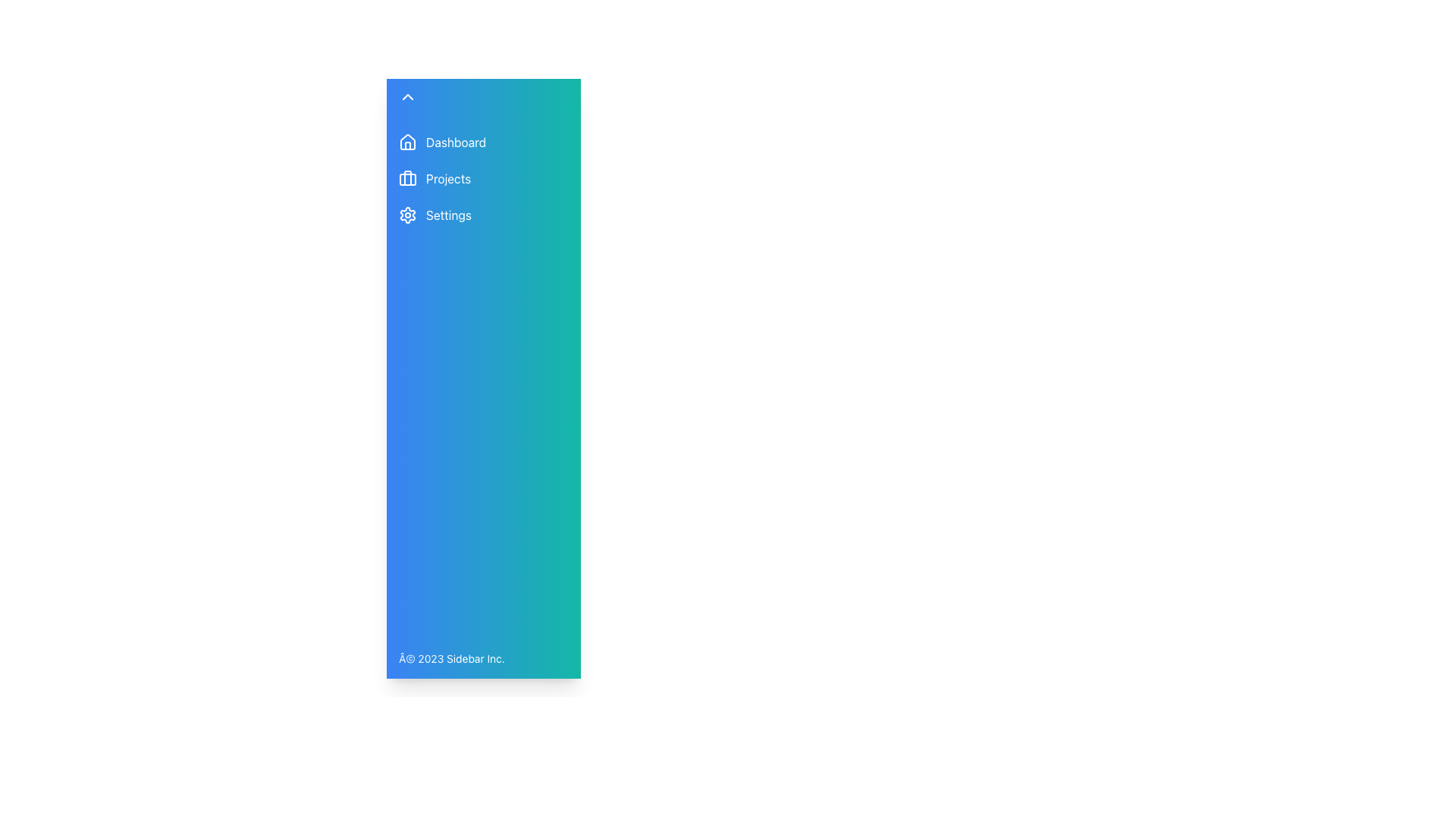 The height and width of the screenshot is (819, 1456). What do you see at coordinates (450, 177) in the screenshot?
I see `the middle item of the Navigational Menu, which is labeled 'Projects'` at bounding box center [450, 177].